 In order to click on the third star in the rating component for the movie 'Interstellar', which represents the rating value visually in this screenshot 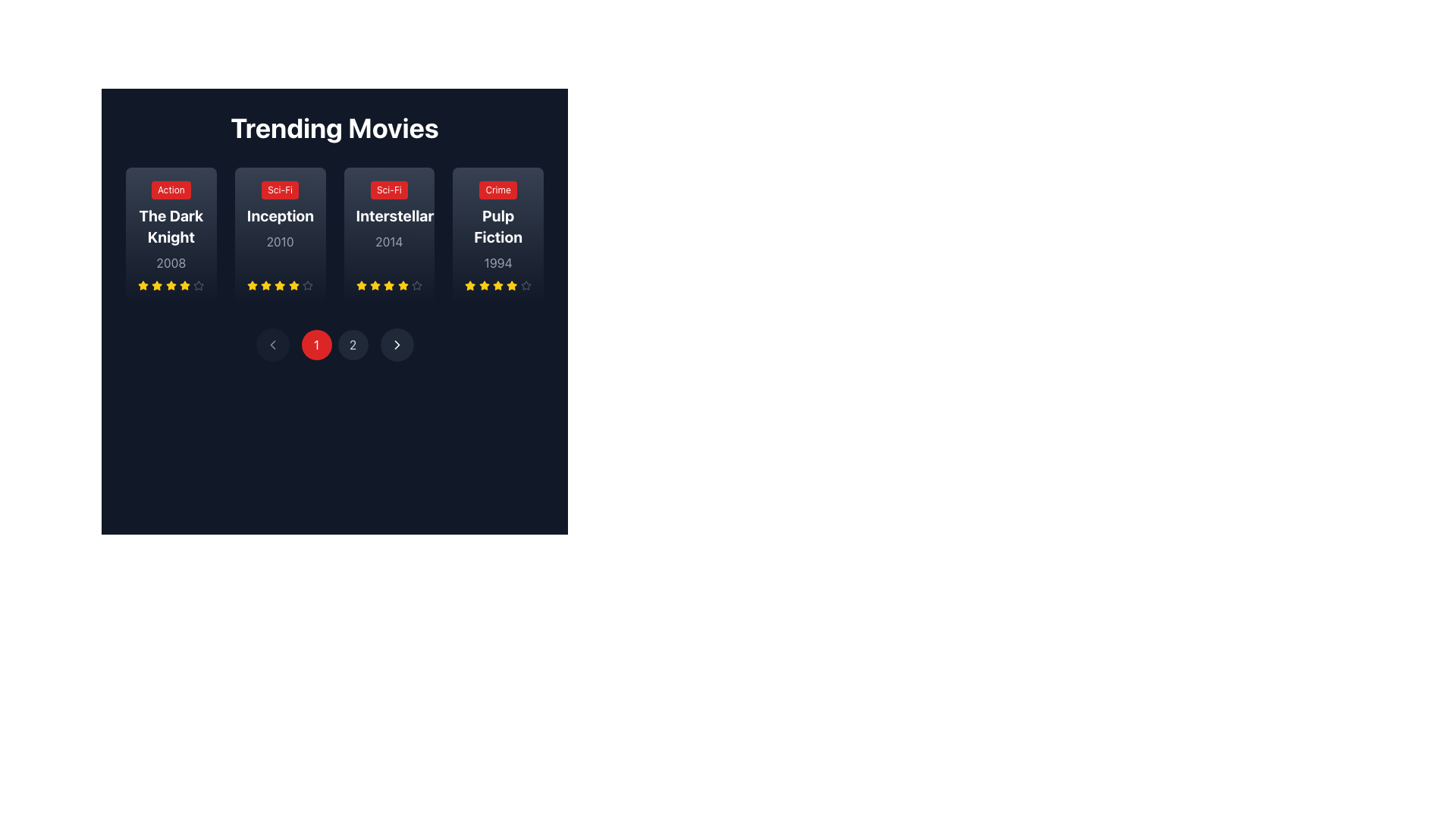, I will do `click(375, 285)`.